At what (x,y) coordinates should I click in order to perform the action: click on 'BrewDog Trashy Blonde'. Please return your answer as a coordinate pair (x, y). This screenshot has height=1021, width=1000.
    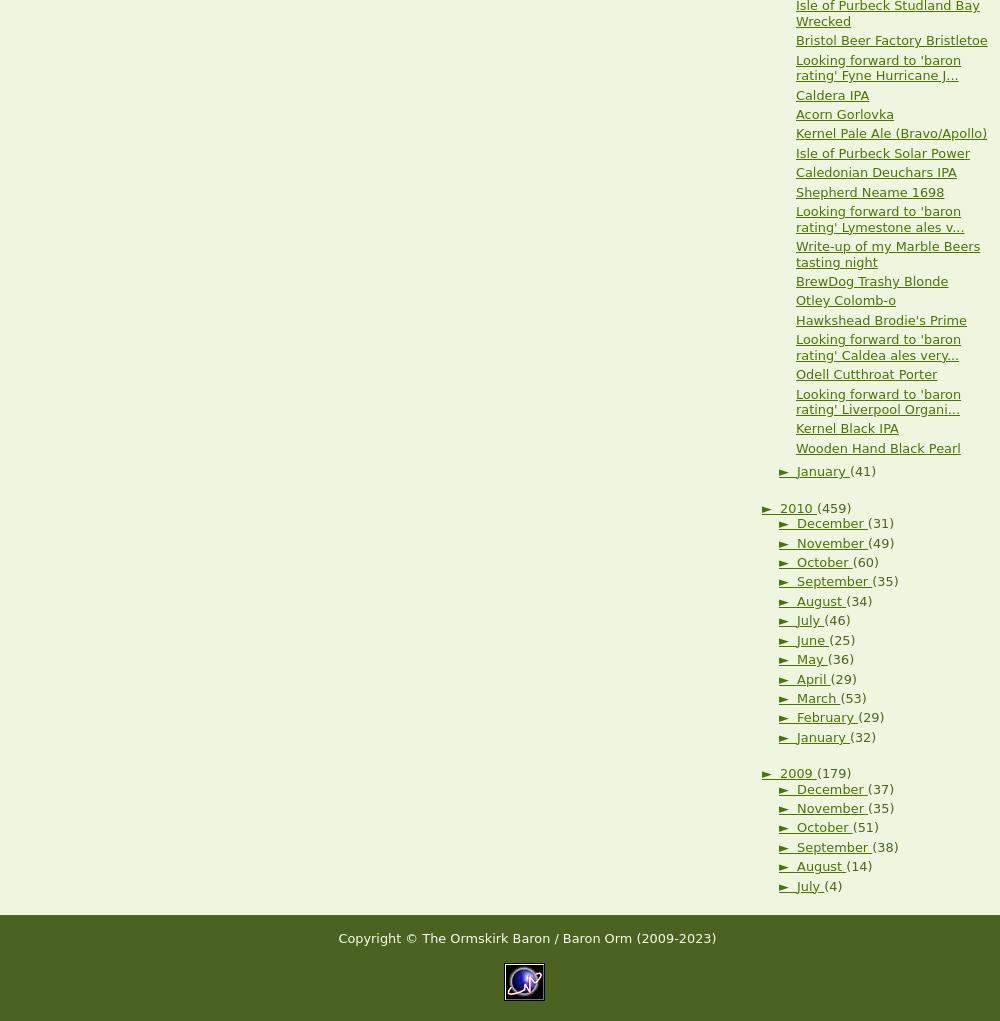
    Looking at the image, I should click on (871, 280).